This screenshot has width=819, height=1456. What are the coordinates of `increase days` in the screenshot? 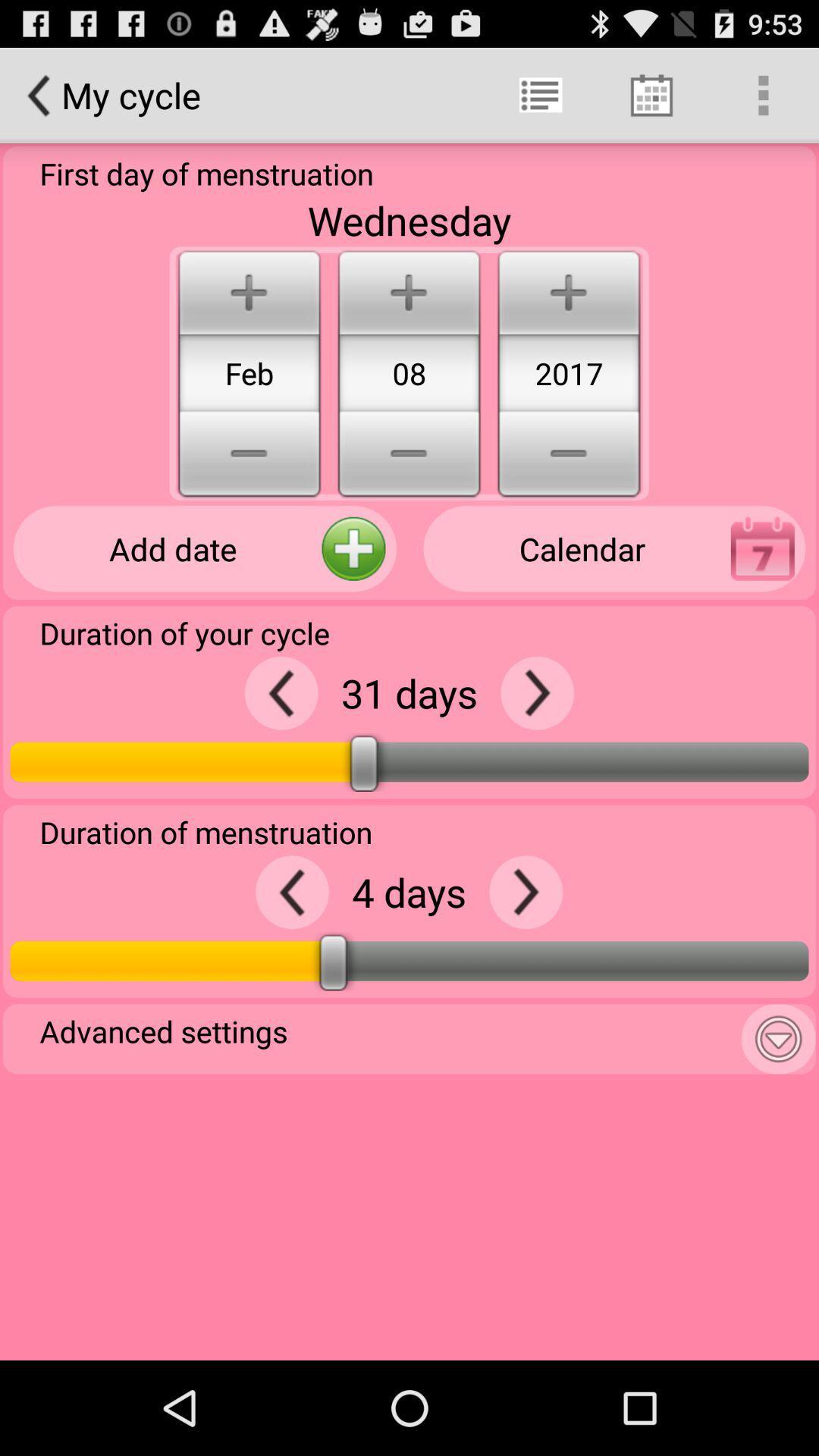 It's located at (525, 892).